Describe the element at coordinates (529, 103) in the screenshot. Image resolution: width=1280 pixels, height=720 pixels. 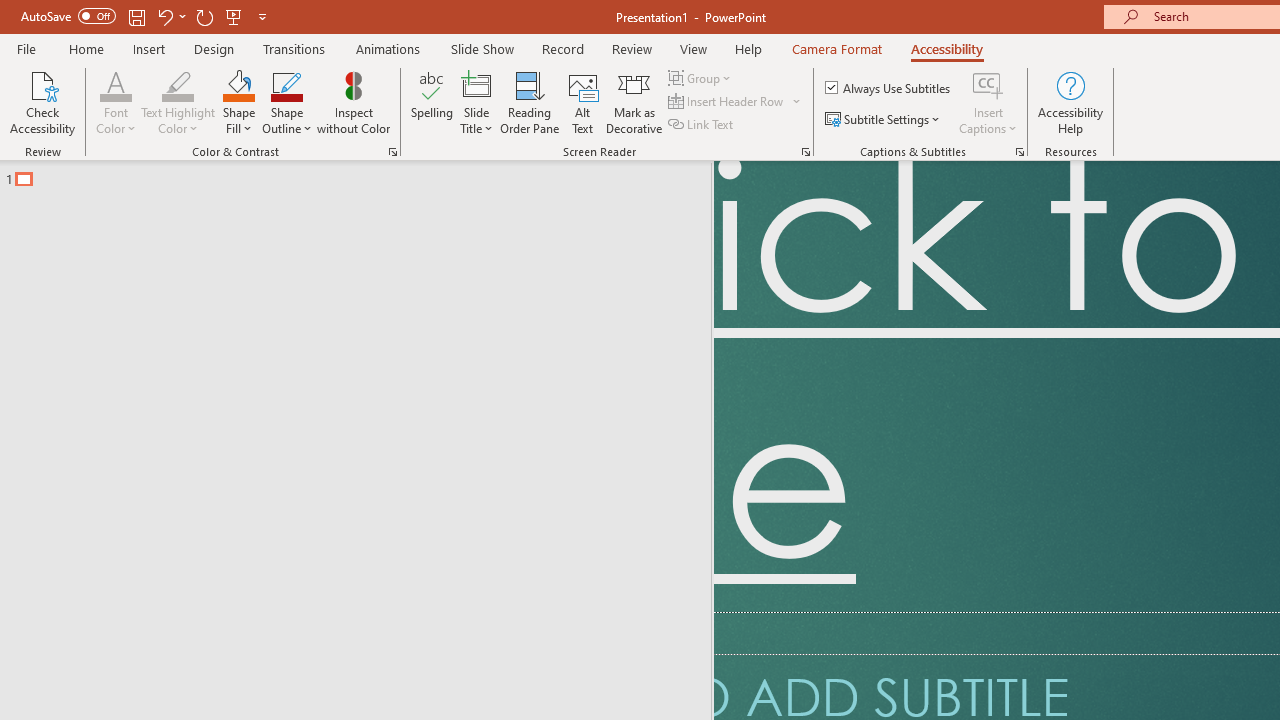
I see `'Reading Order Pane'` at that location.